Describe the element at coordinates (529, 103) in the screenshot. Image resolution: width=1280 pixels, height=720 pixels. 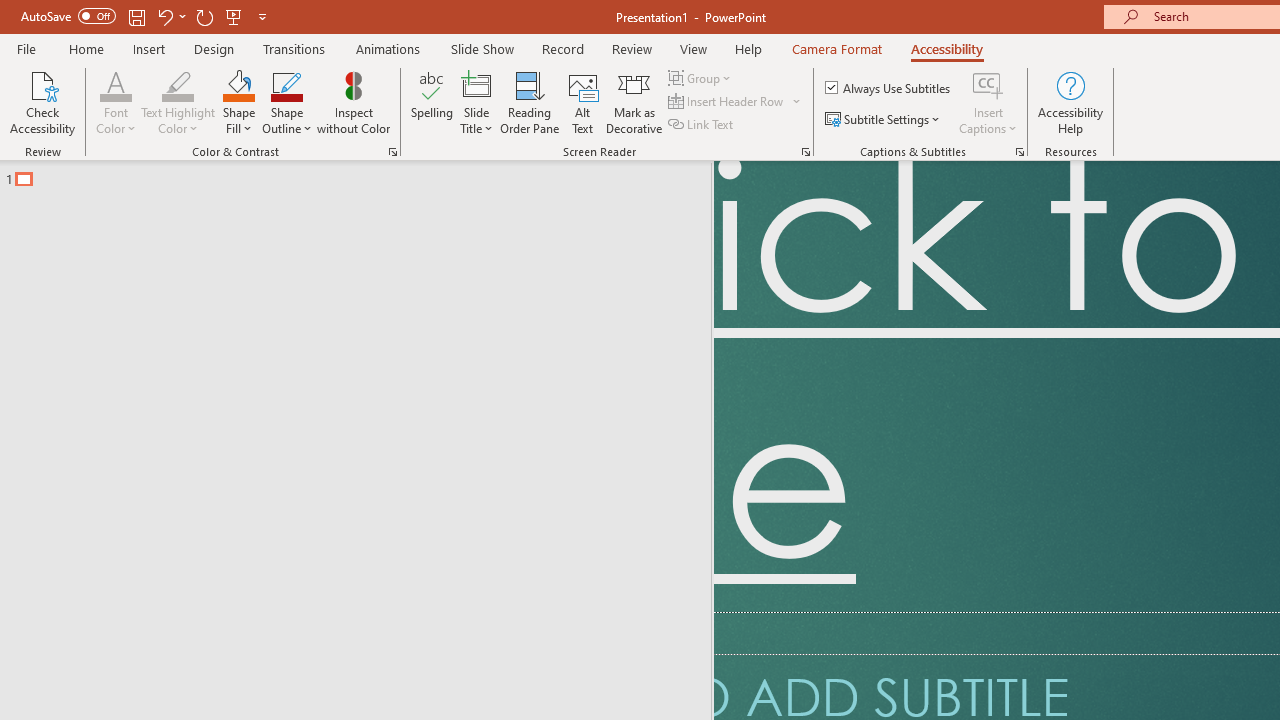
I see `'Reading Order Pane'` at that location.